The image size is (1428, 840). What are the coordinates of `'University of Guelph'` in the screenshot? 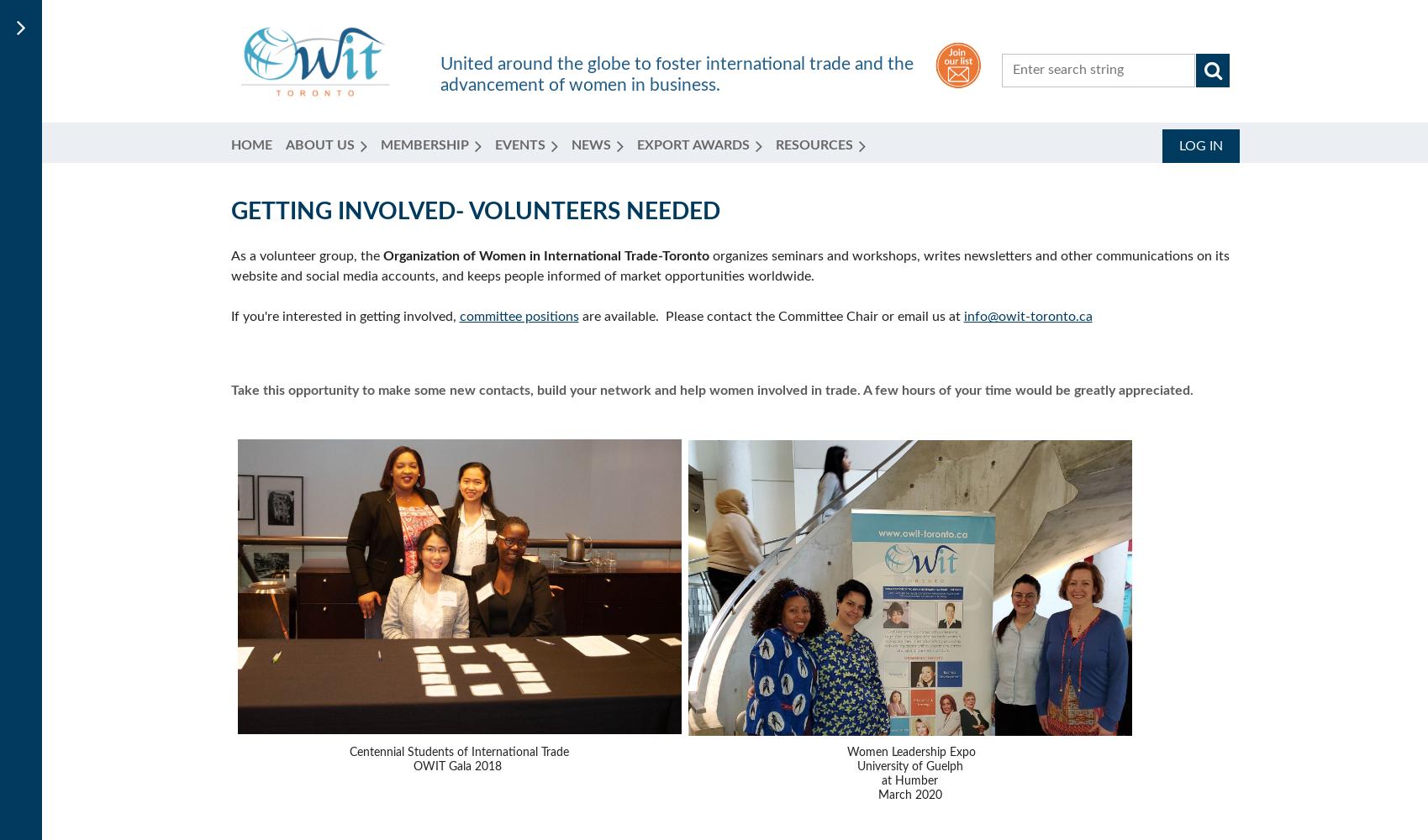 It's located at (908, 767).